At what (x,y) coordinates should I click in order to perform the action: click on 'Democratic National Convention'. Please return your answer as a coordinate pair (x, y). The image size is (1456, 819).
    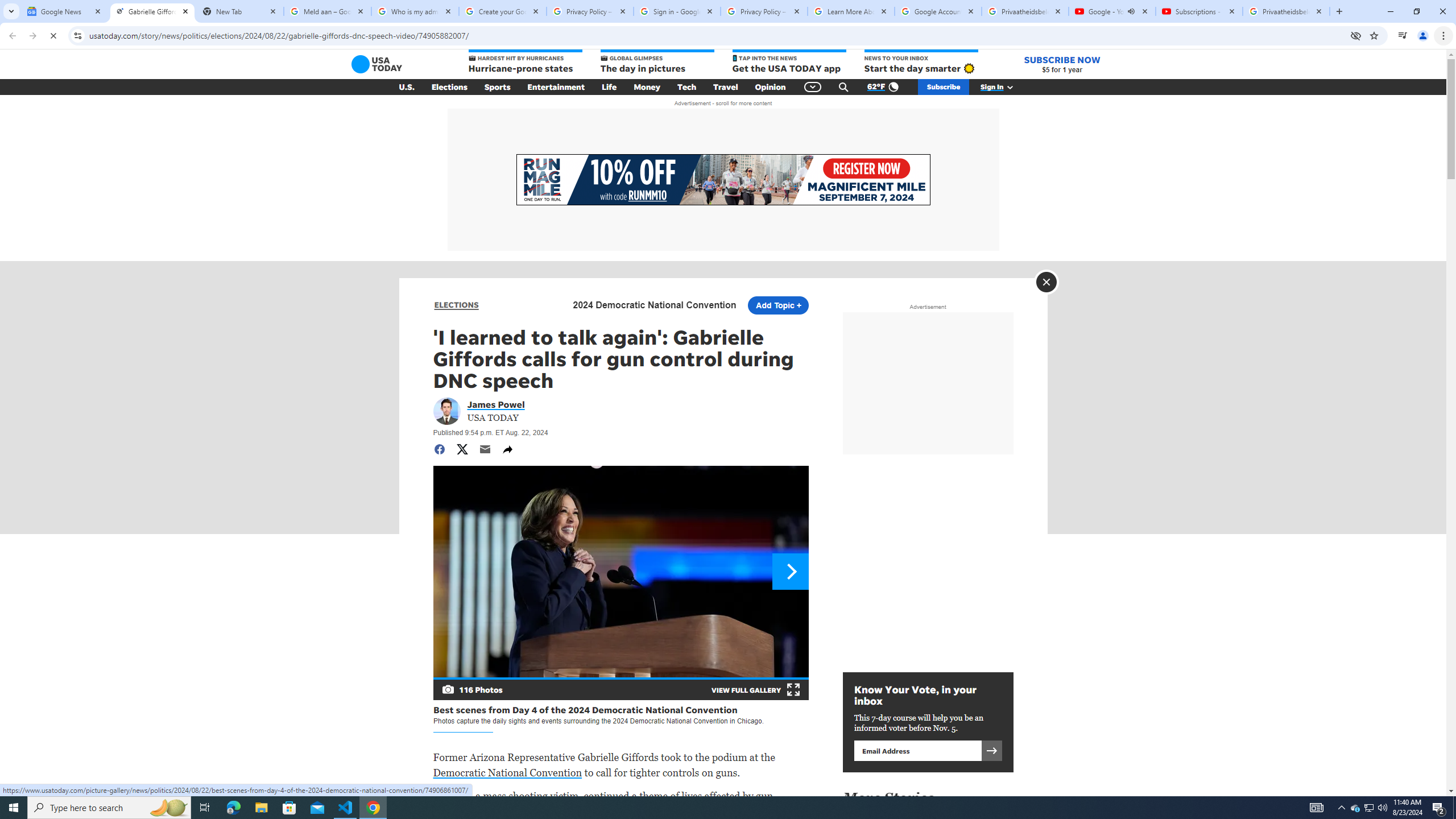
    Looking at the image, I should click on (507, 772).